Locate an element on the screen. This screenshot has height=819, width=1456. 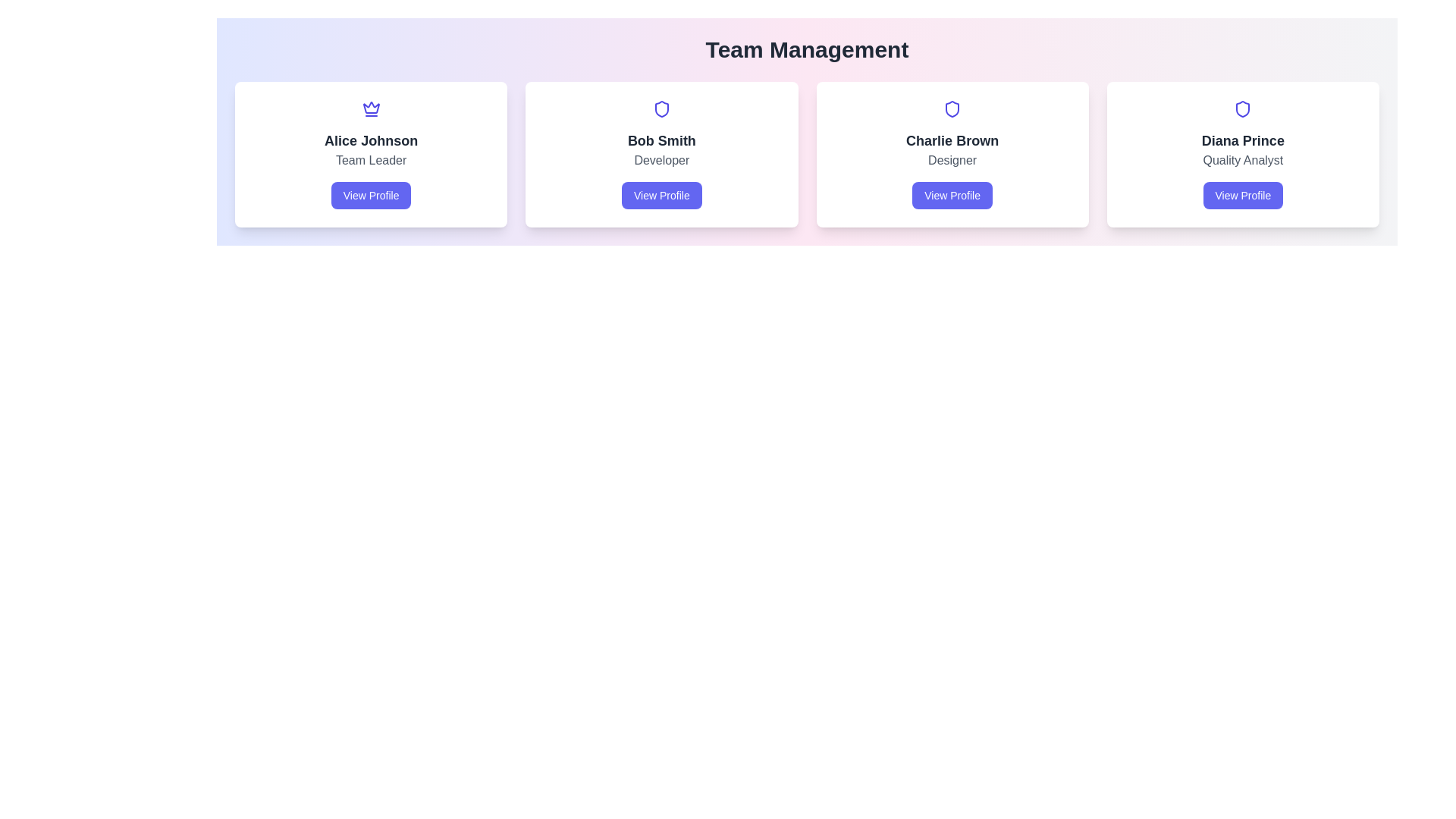
the shield icon located at the topmost section of the profile card for 'Diana Prince', which is the fourth item in a horizontal sequence is located at coordinates (1243, 108).